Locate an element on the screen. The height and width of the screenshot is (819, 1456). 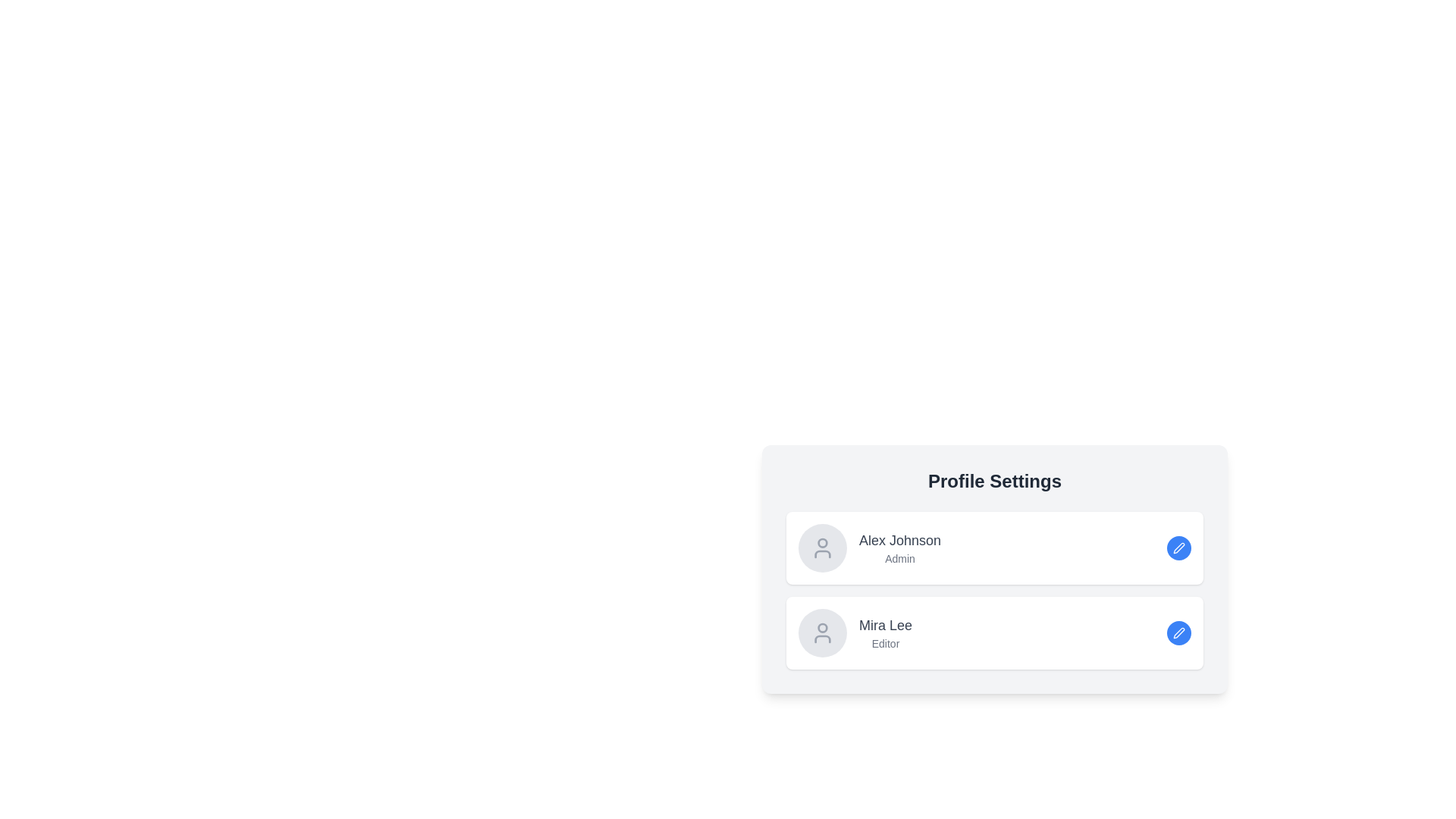
text displayed as 'Mira Lee' and 'Editor' which is located in the profile card row under 'Alex Johnson Admin', positioned to the right of the profile icon is located at coordinates (885, 632).